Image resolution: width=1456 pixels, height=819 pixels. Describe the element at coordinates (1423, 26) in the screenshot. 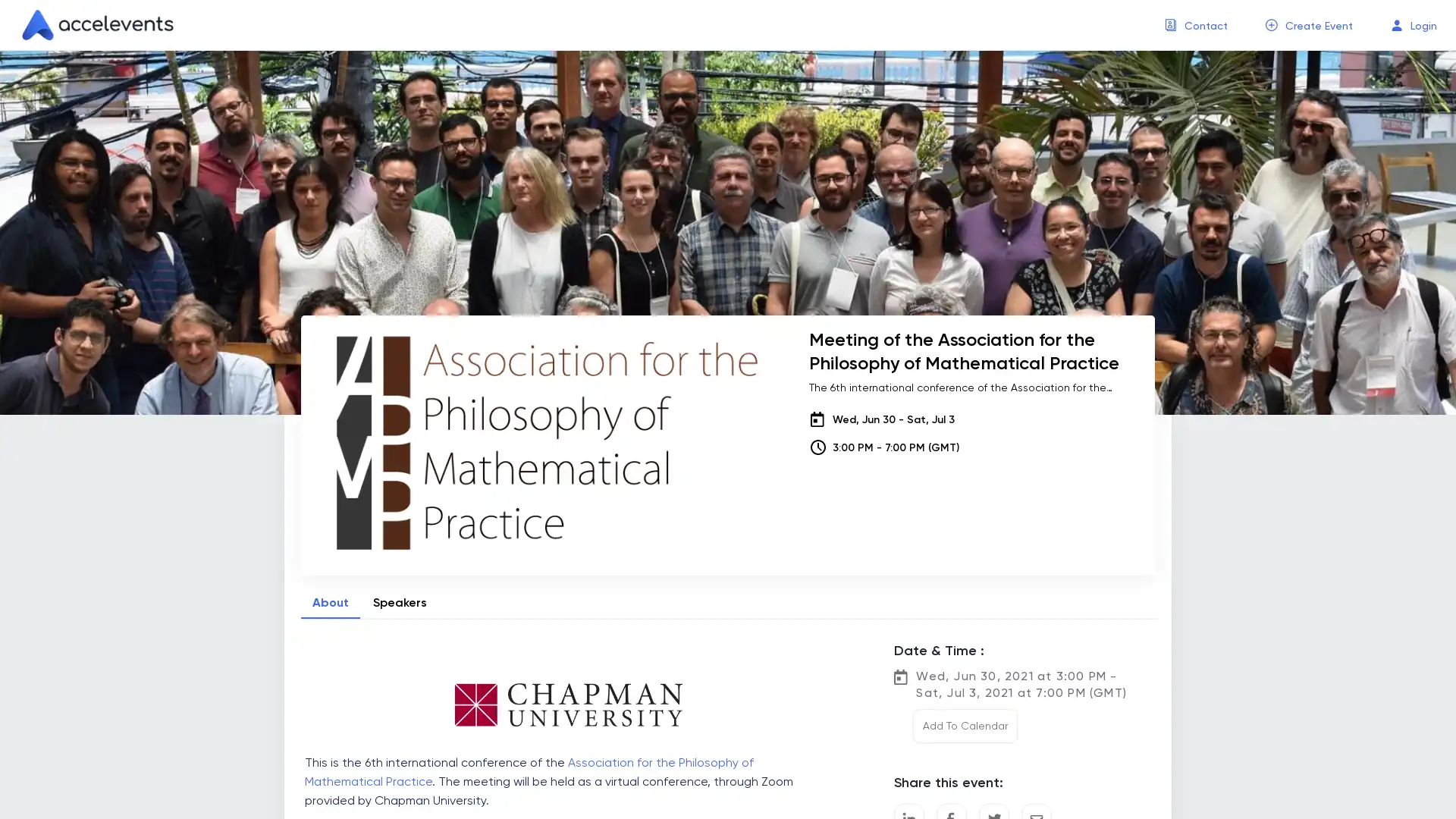

I see `Login` at that location.